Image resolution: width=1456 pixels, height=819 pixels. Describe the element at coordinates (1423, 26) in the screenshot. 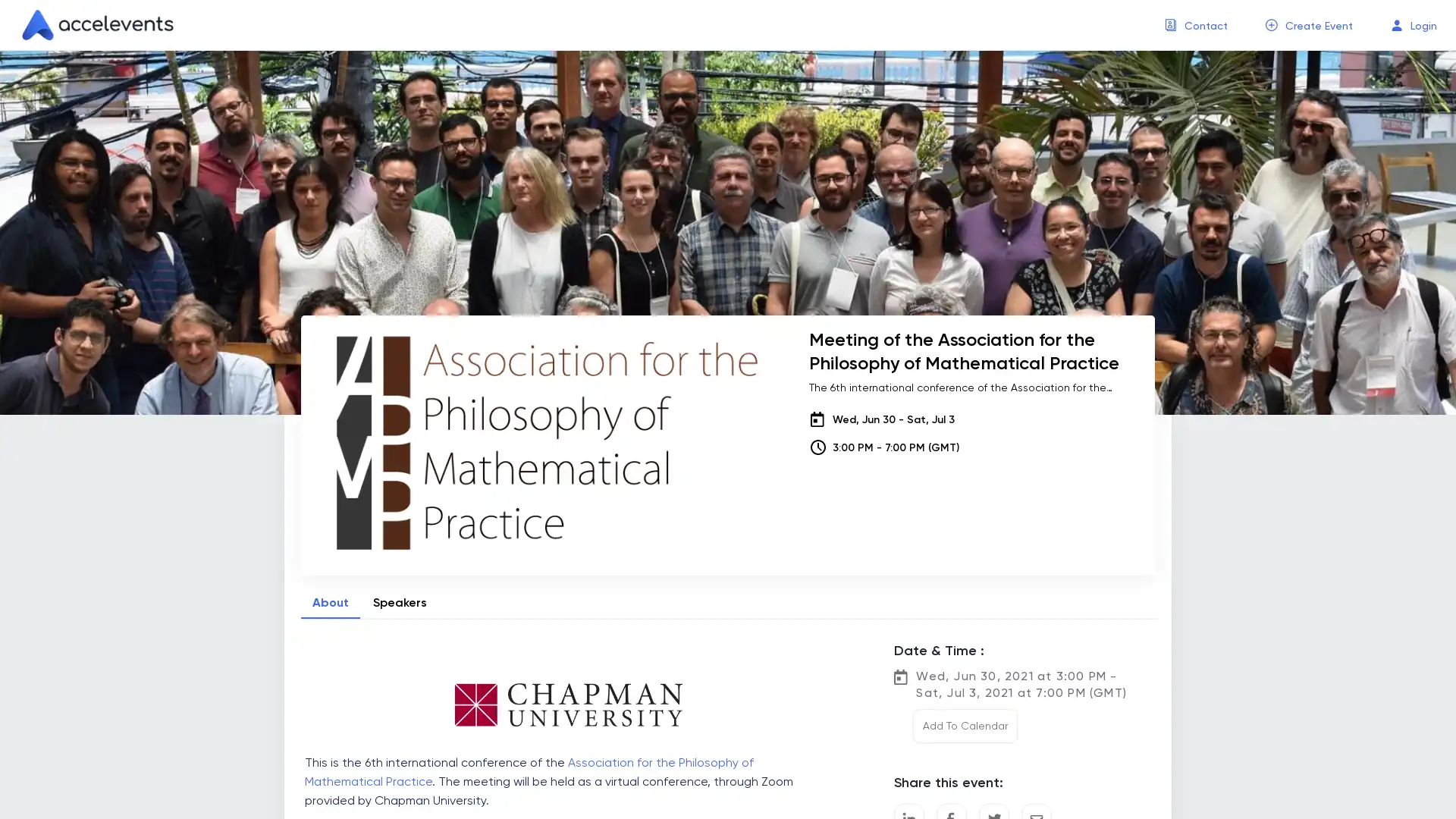

I see `Login` at that location.